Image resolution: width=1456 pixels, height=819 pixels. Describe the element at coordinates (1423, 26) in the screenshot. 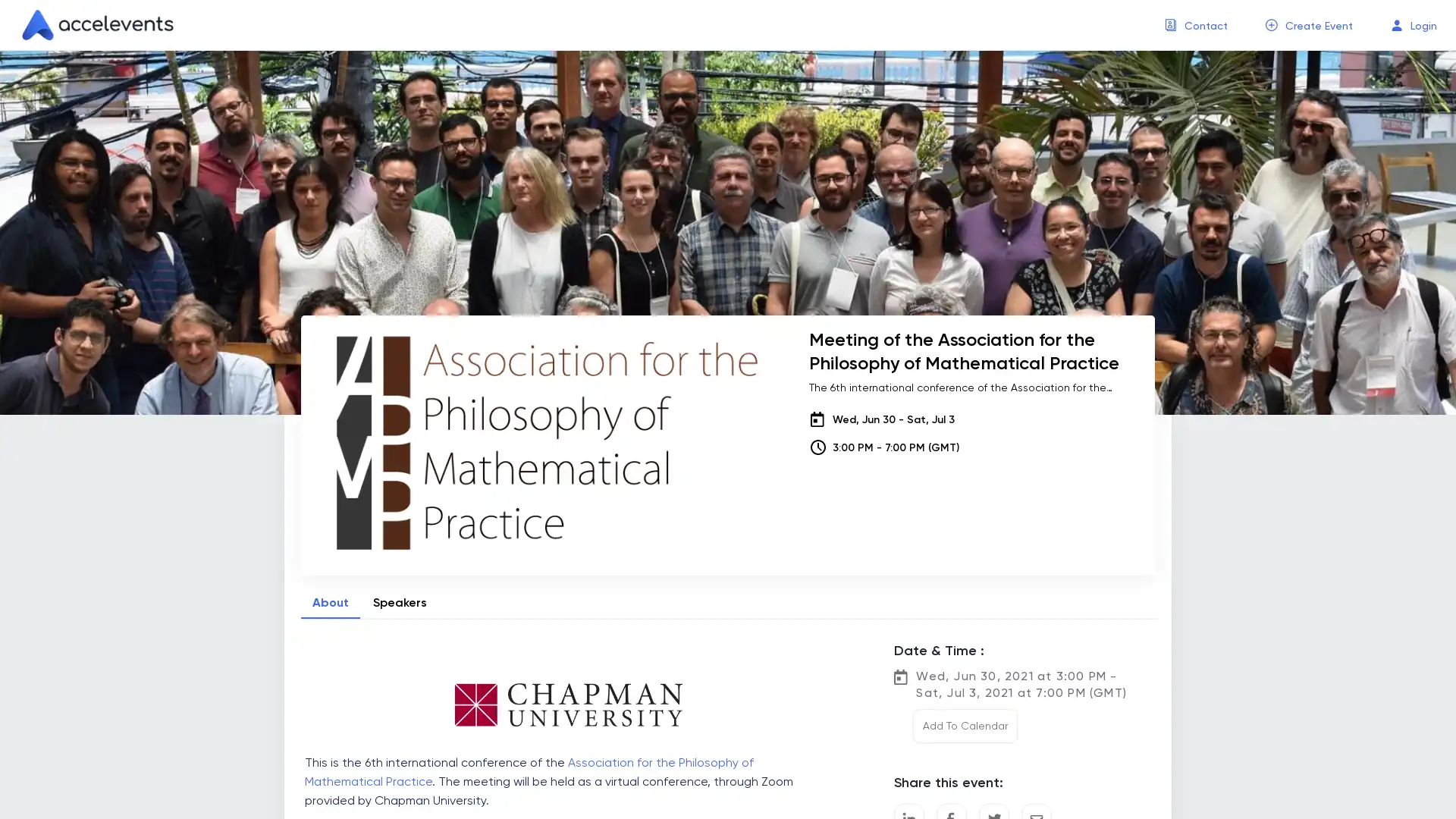

I see `Login` at that location.